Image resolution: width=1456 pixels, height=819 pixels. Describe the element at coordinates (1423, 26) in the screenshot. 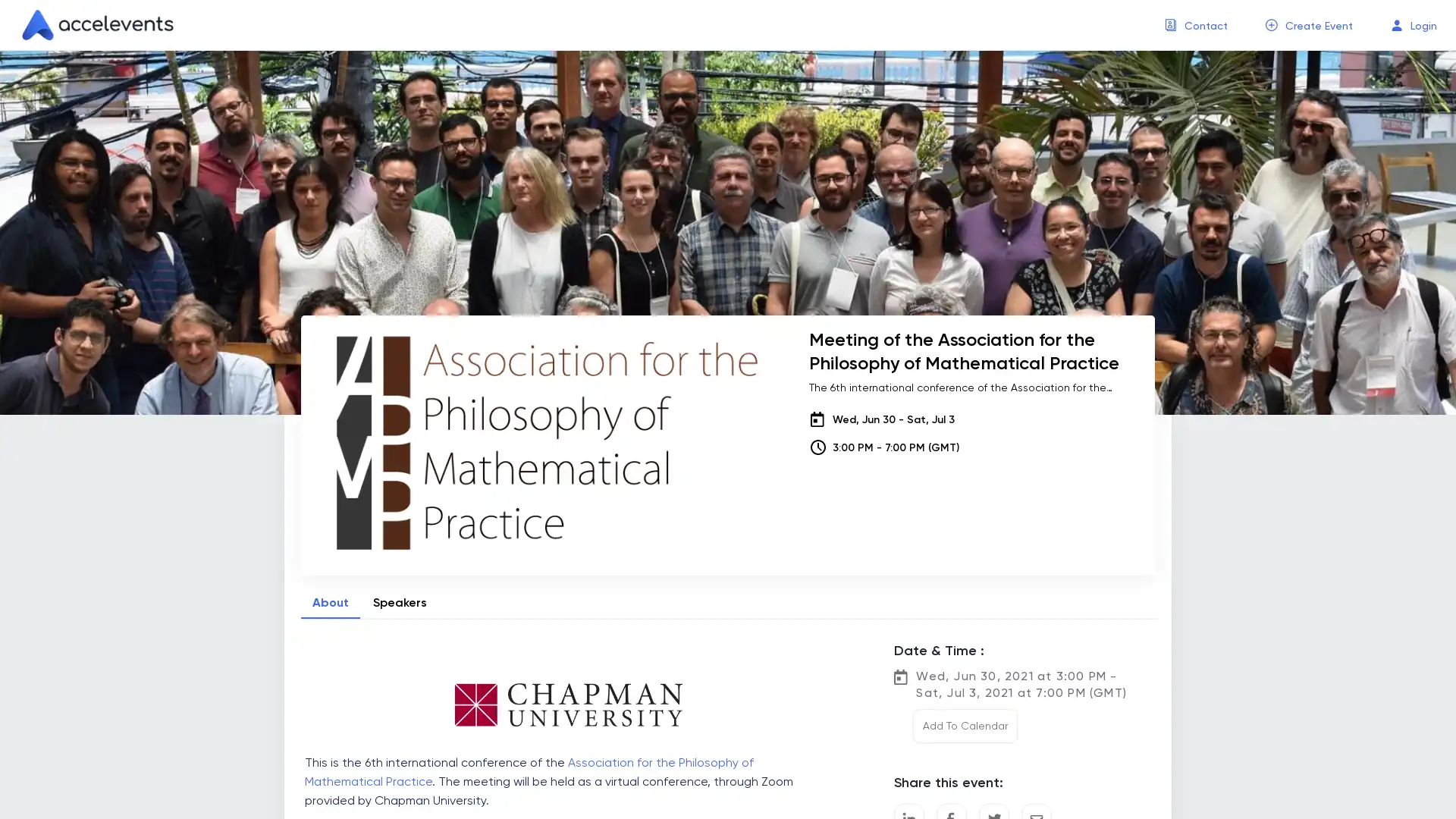

I see `Login` at that location.